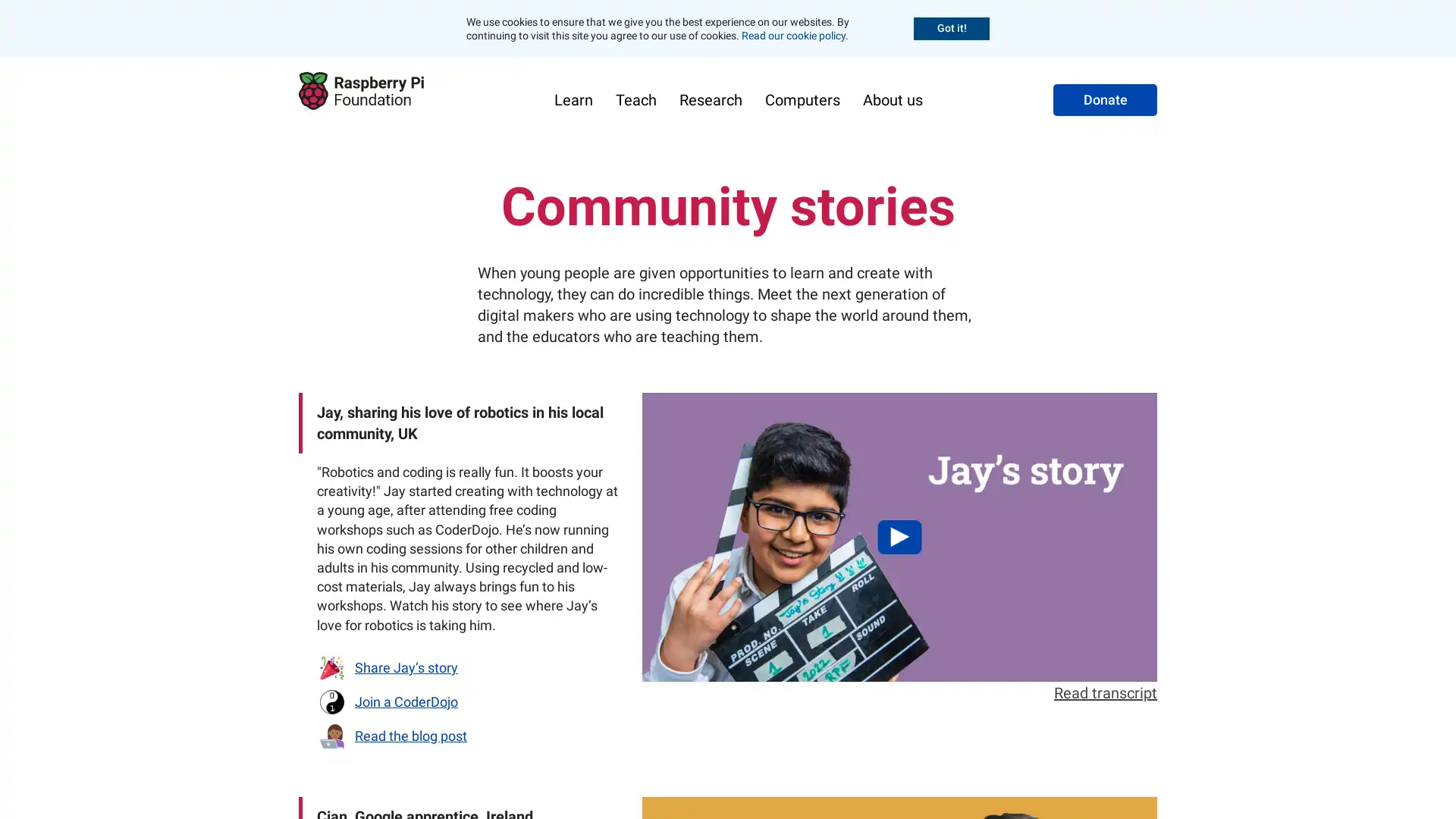  Describe the element at coordinates (387, 666) in the screenshot. I see `Share Jays story` at that location.